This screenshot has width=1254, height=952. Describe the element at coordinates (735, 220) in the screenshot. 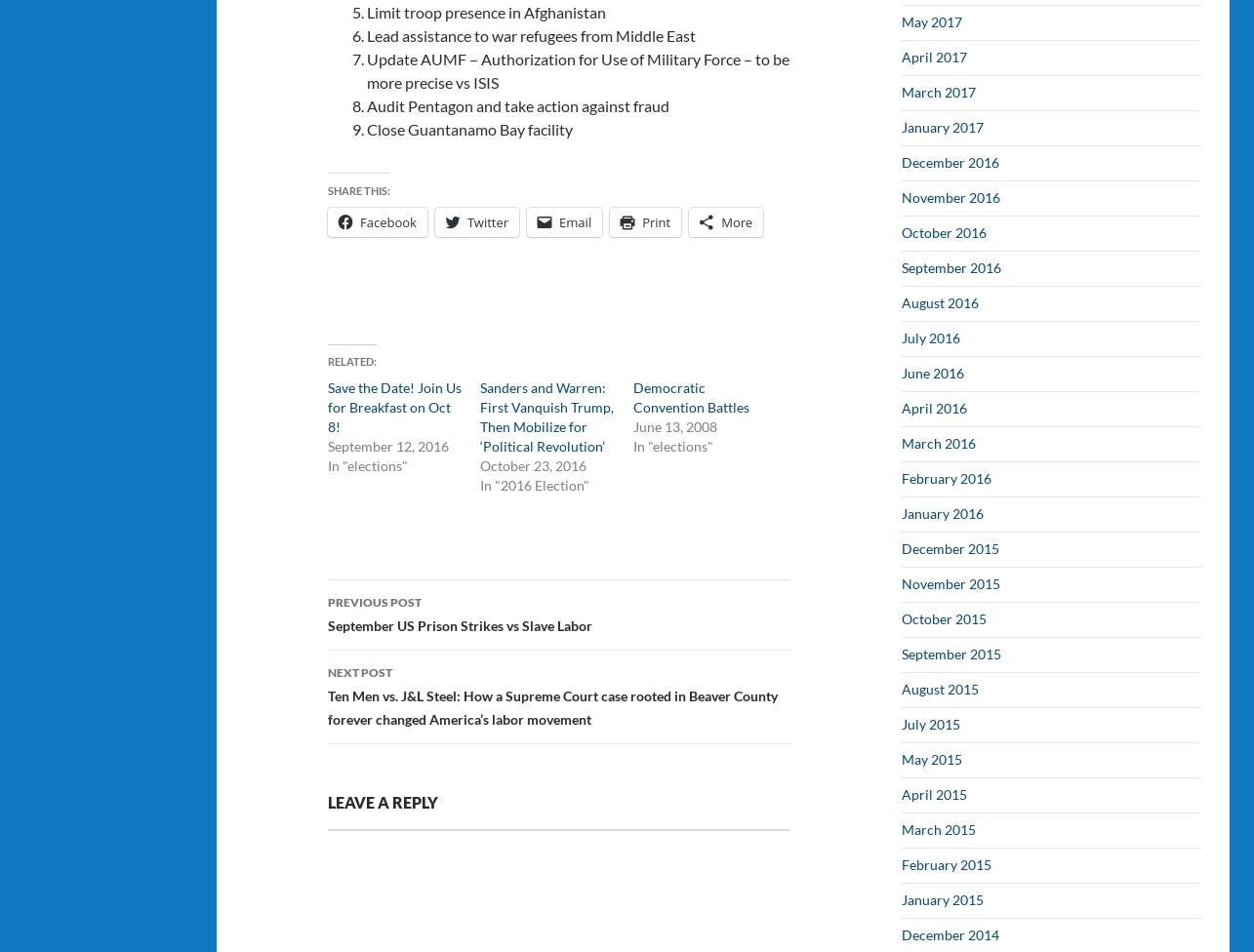

I see `'More'` at that location.